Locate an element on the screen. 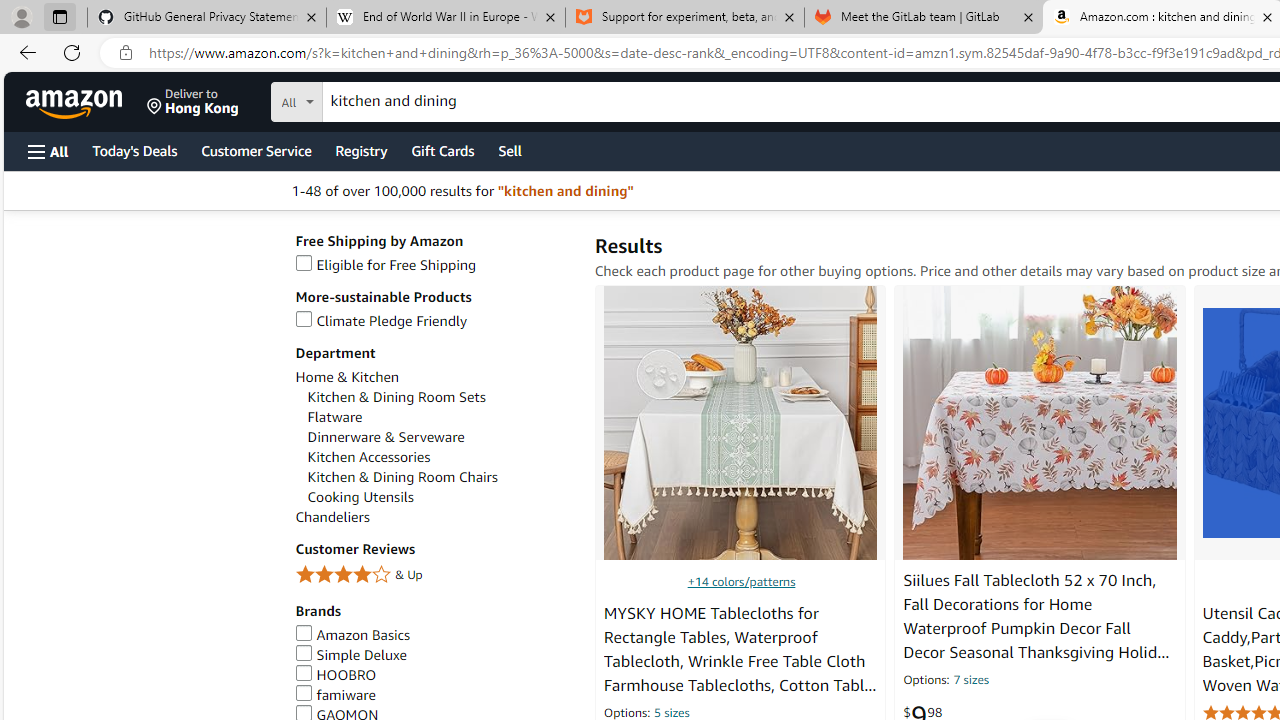  'Kitchen & Dining Room Sets' is located at coordinates (396, 397).